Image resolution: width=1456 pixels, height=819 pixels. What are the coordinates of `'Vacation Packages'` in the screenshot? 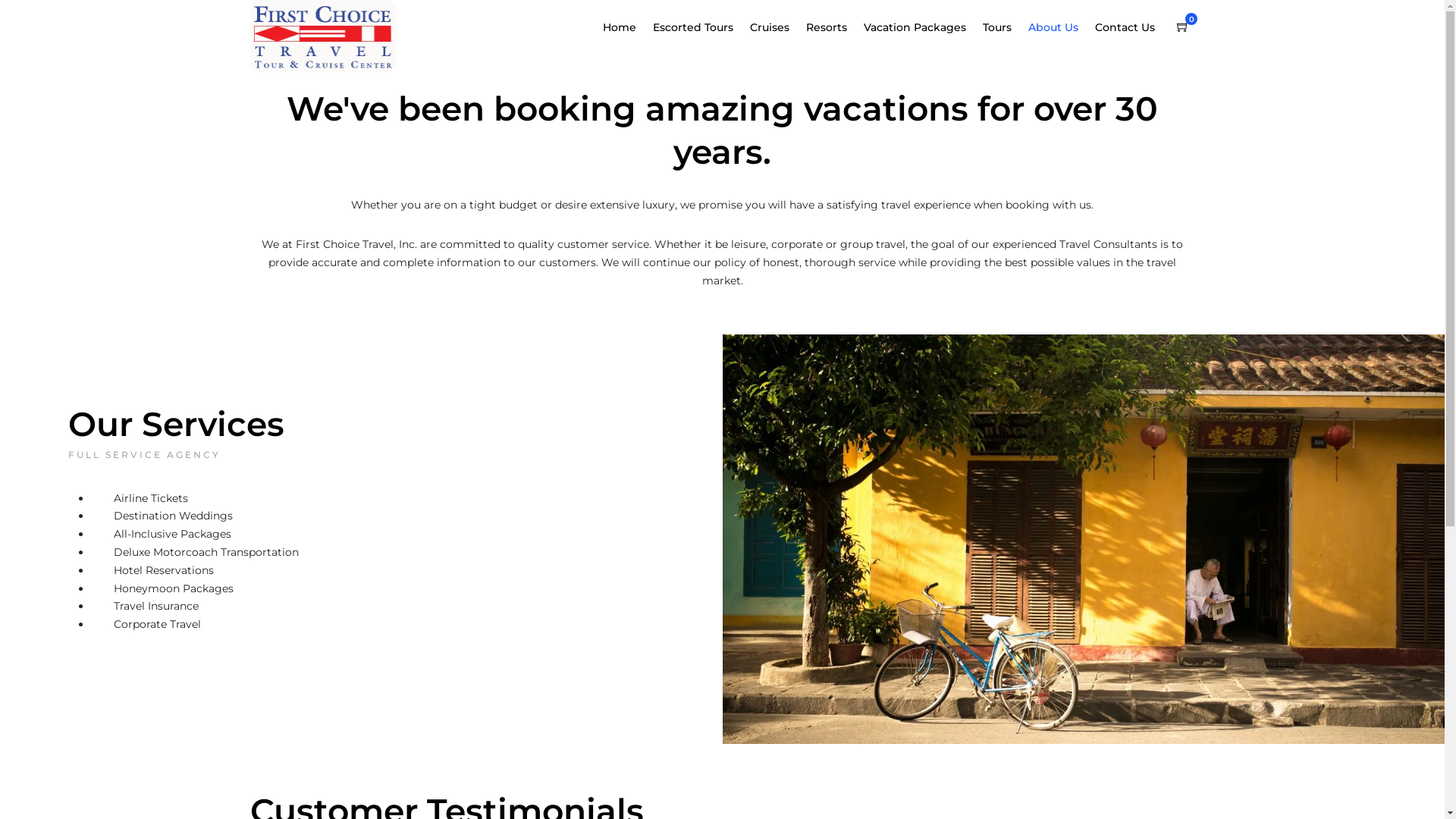 It's located at (920, 28).